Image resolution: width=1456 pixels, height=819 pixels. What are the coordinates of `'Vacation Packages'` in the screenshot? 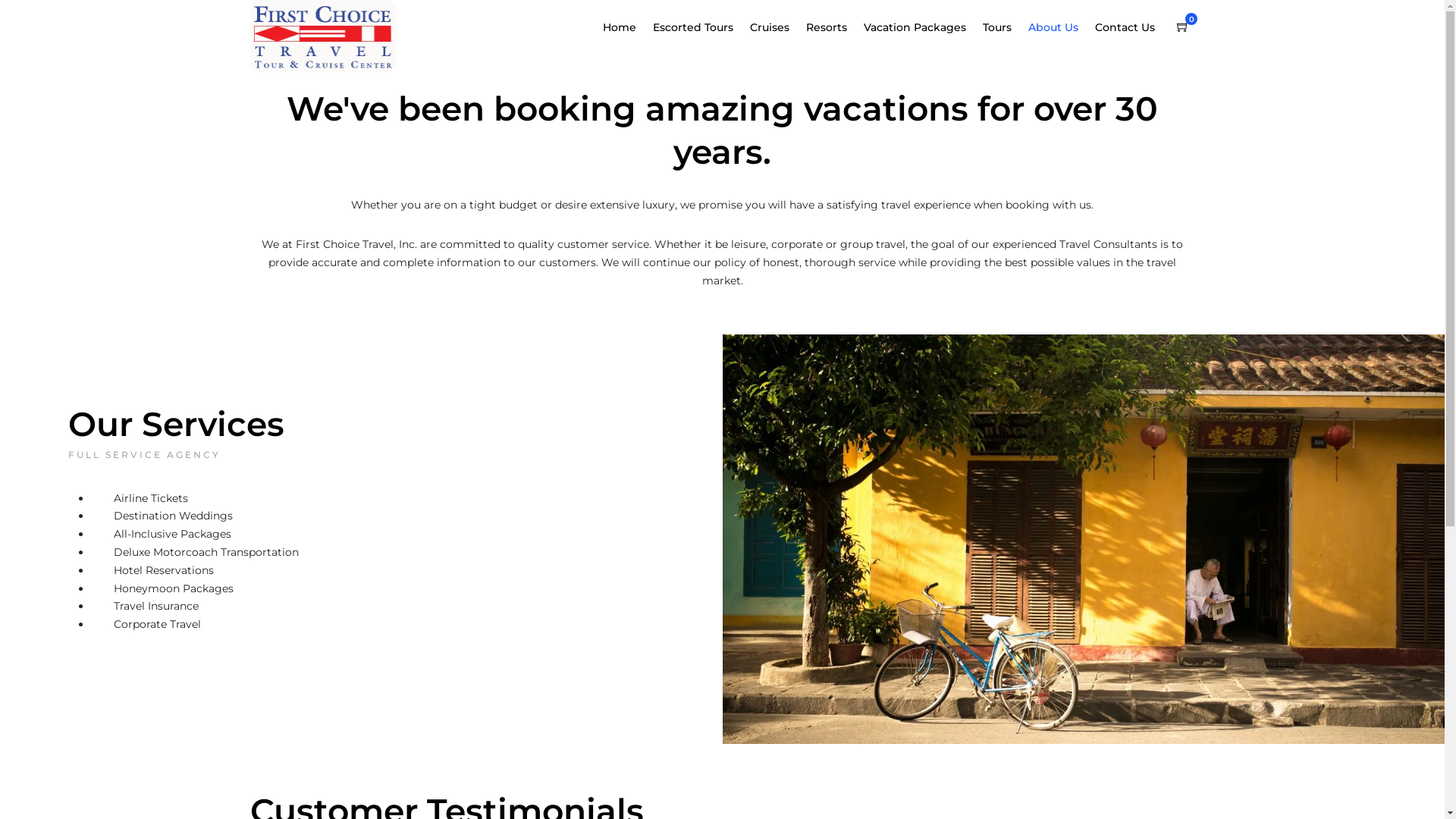 It's located at (920, 28).